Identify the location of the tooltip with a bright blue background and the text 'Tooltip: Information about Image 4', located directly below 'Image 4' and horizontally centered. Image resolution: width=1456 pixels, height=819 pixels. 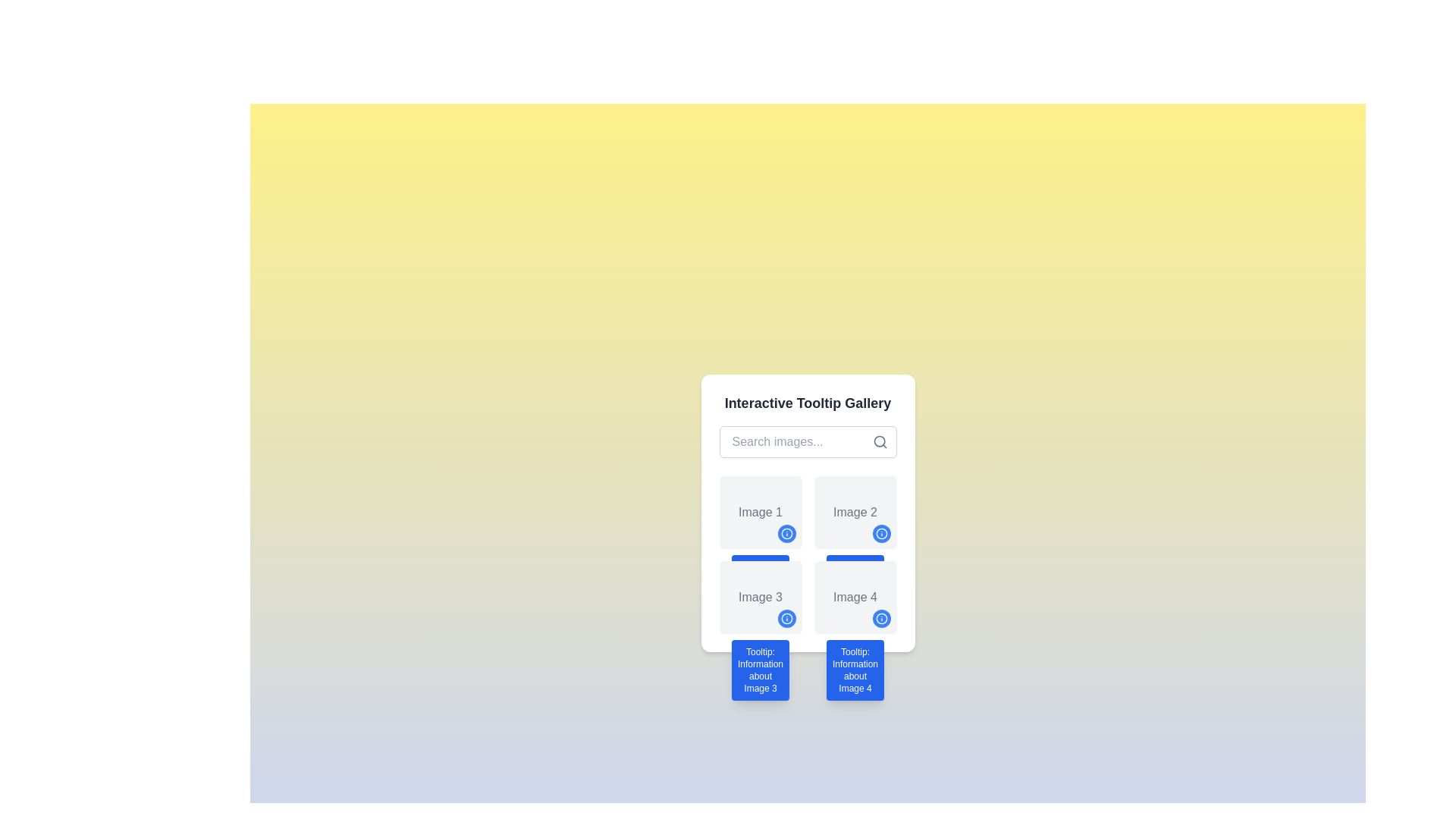
(855, 669).